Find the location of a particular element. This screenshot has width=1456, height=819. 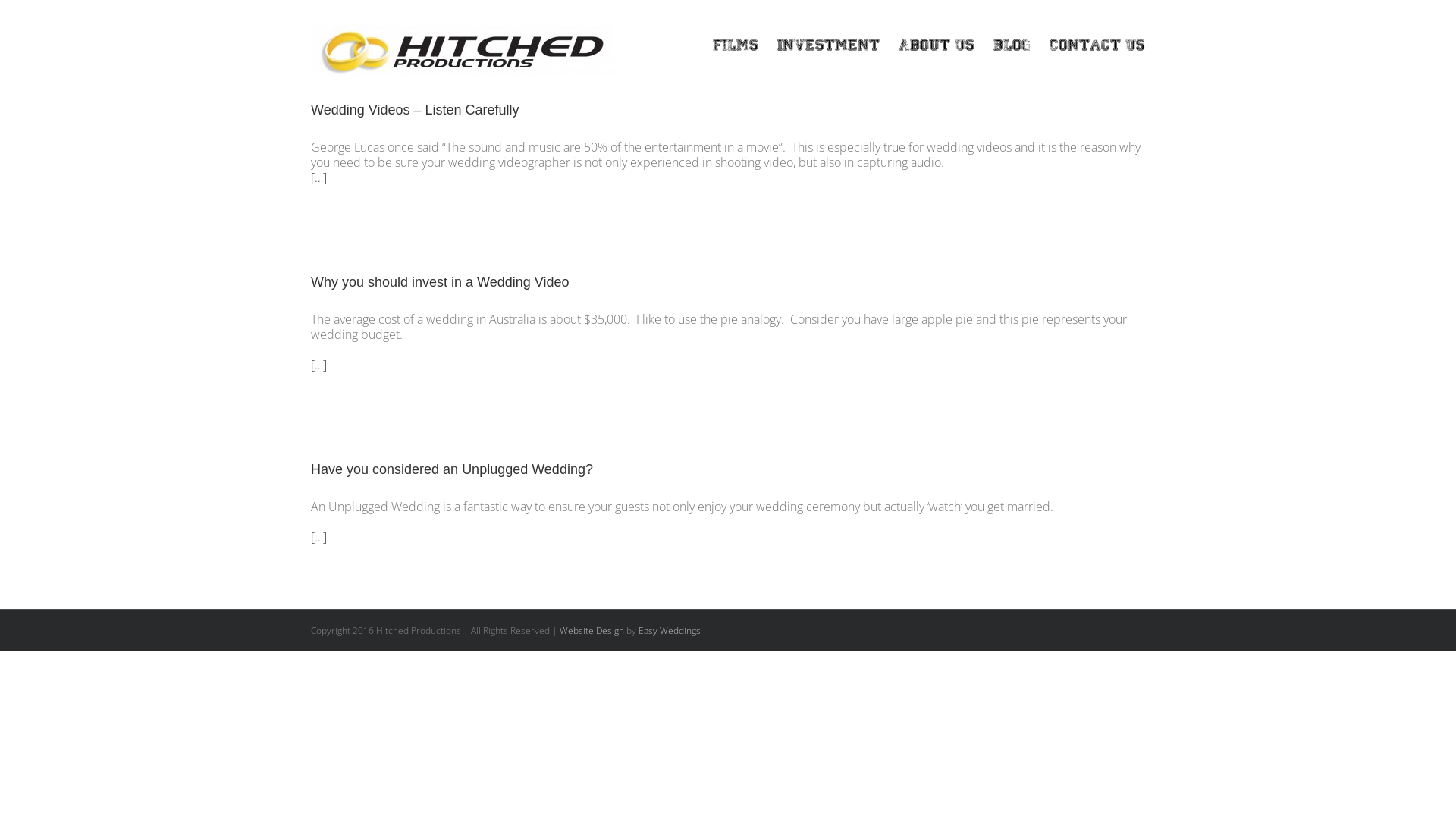

'Contact Us' is located at coordinates (1048, 45).